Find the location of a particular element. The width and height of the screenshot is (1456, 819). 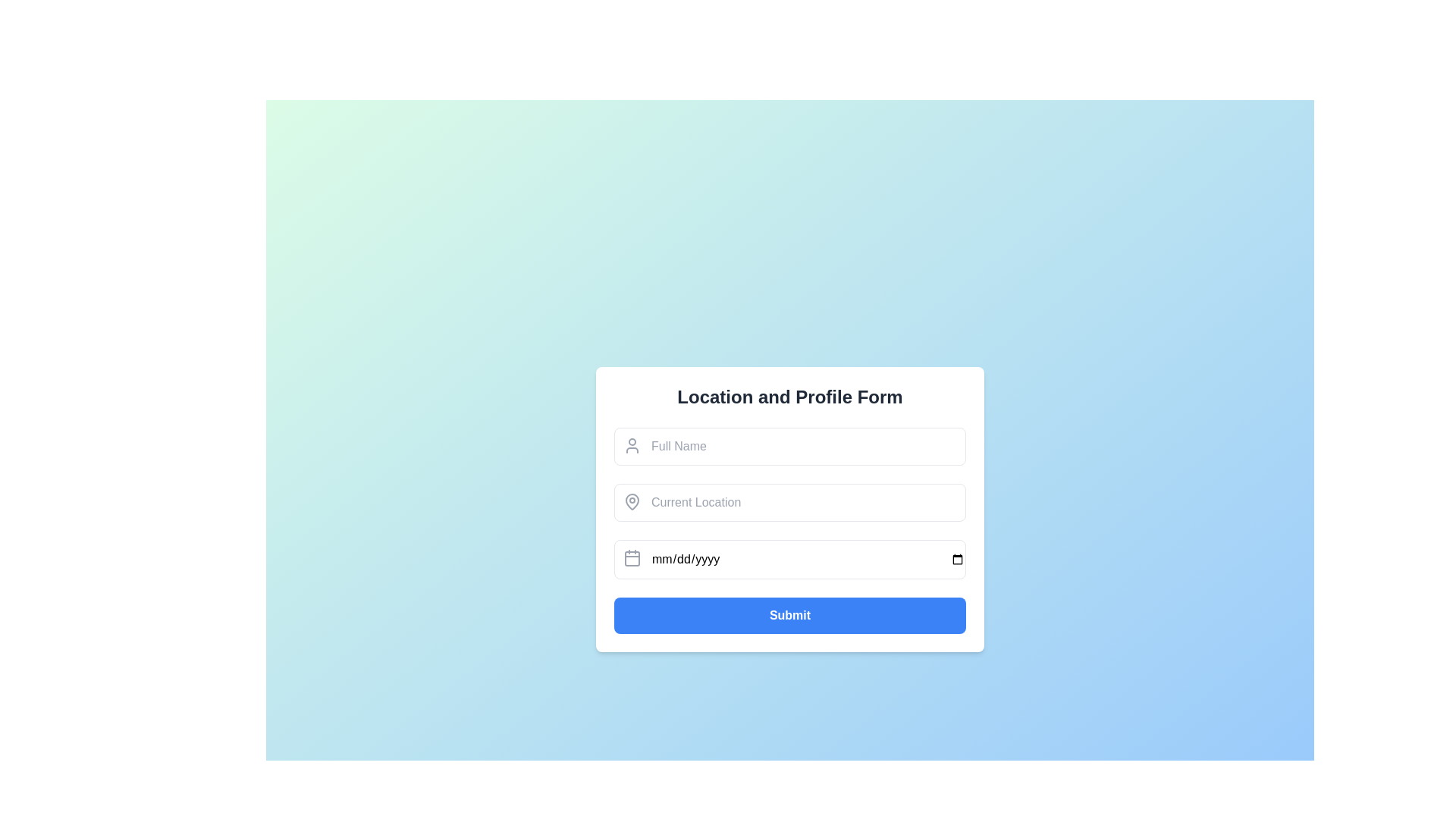

the centered header text element labeled 'Location and Profile Form', which is styled with bold, large-sized font and dark gray color, located at the top of a white, rounded rectangular section is located at coordinates (789, 397).